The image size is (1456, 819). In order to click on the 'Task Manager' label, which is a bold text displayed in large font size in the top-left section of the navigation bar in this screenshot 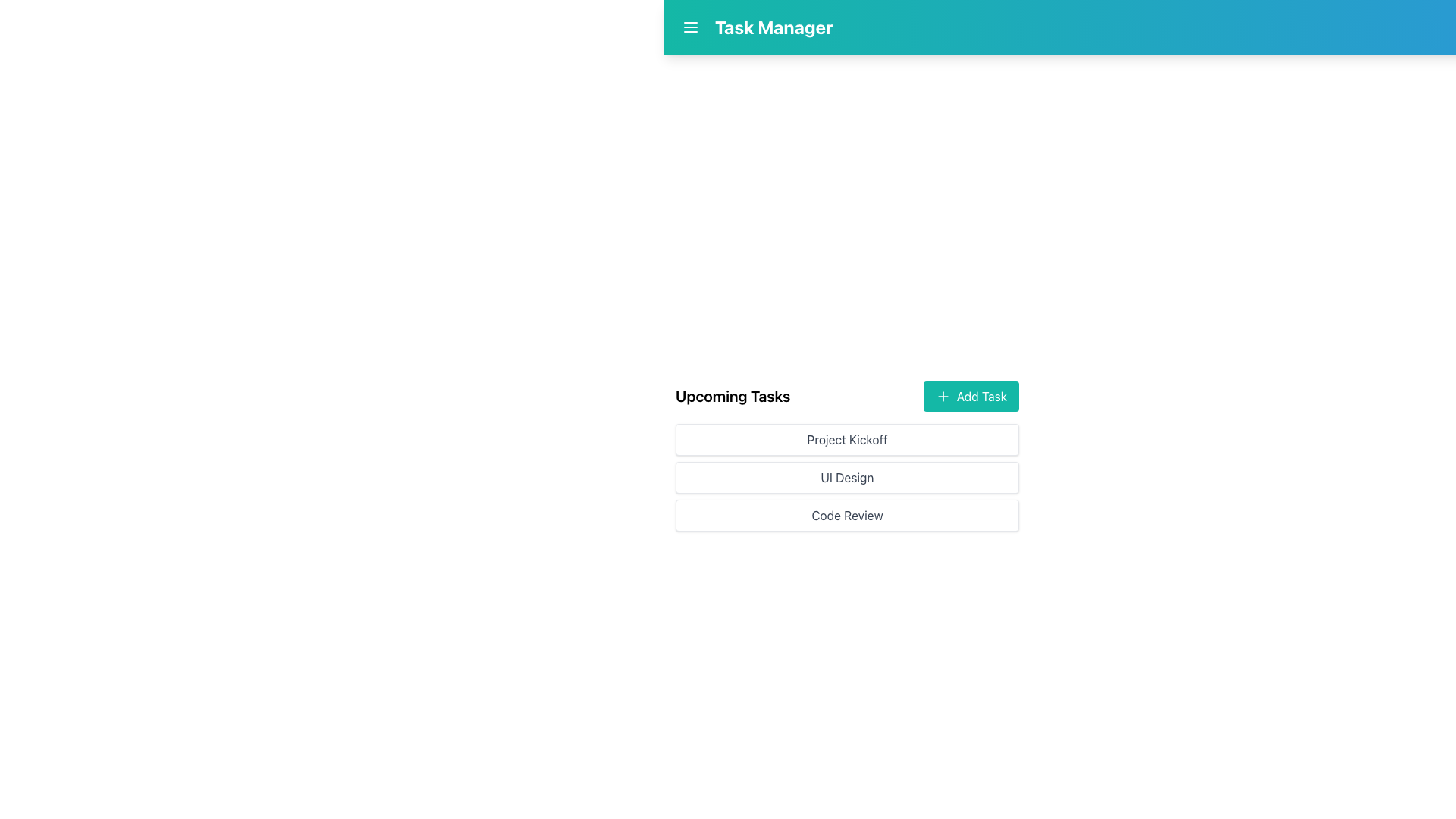, I will do `click(754, 27)`.